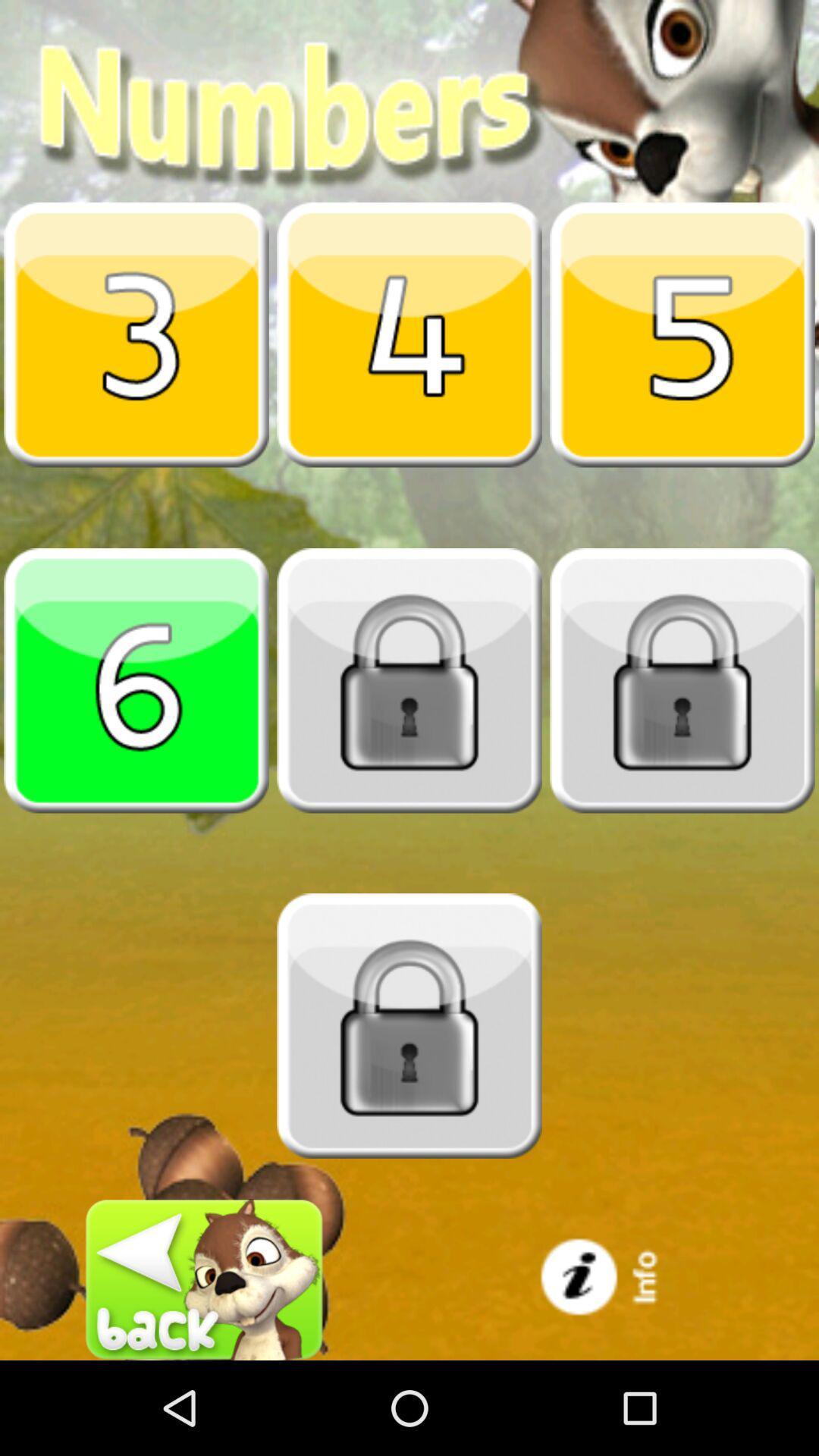 Image resolution: width=819 pixels, height=1456 pixels. I want to click on level 3, so click(136, 334).